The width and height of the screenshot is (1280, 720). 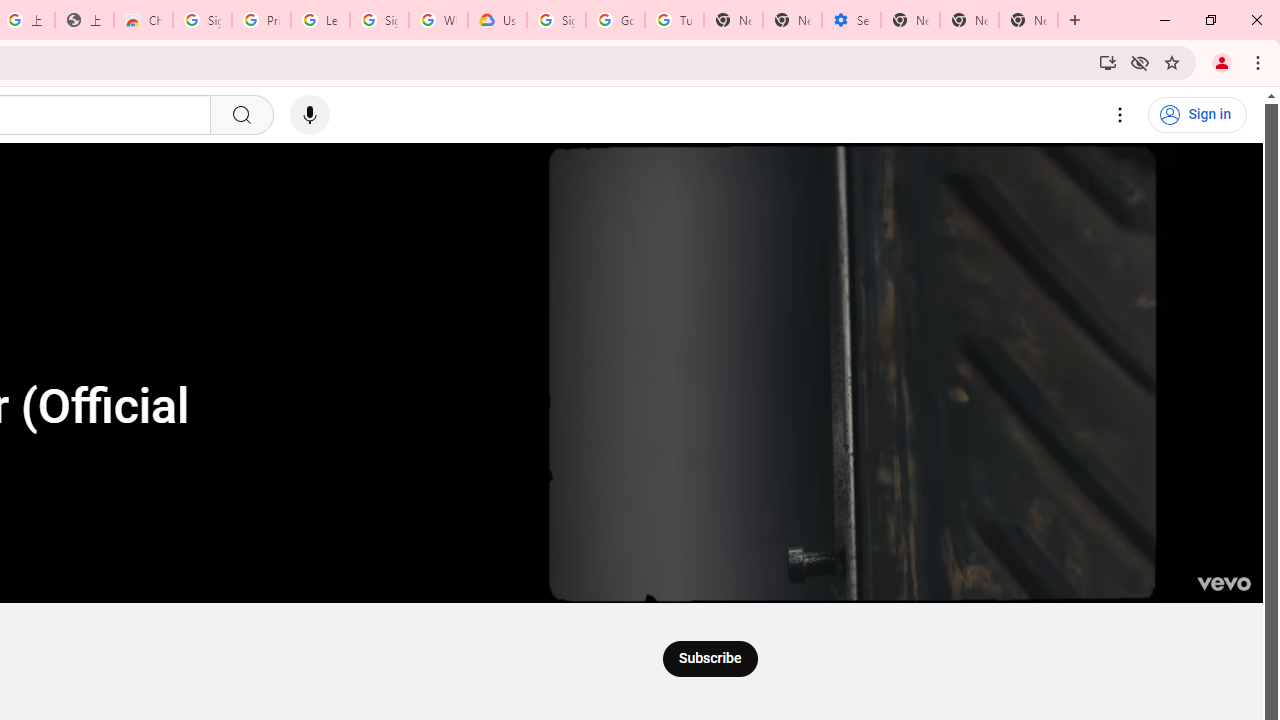 What do you see at coordinates (674, 20) in the screenshot?
I see `'Turn cookies on or off - Computer - Google Account Help'` at bounding box center [674, 20].